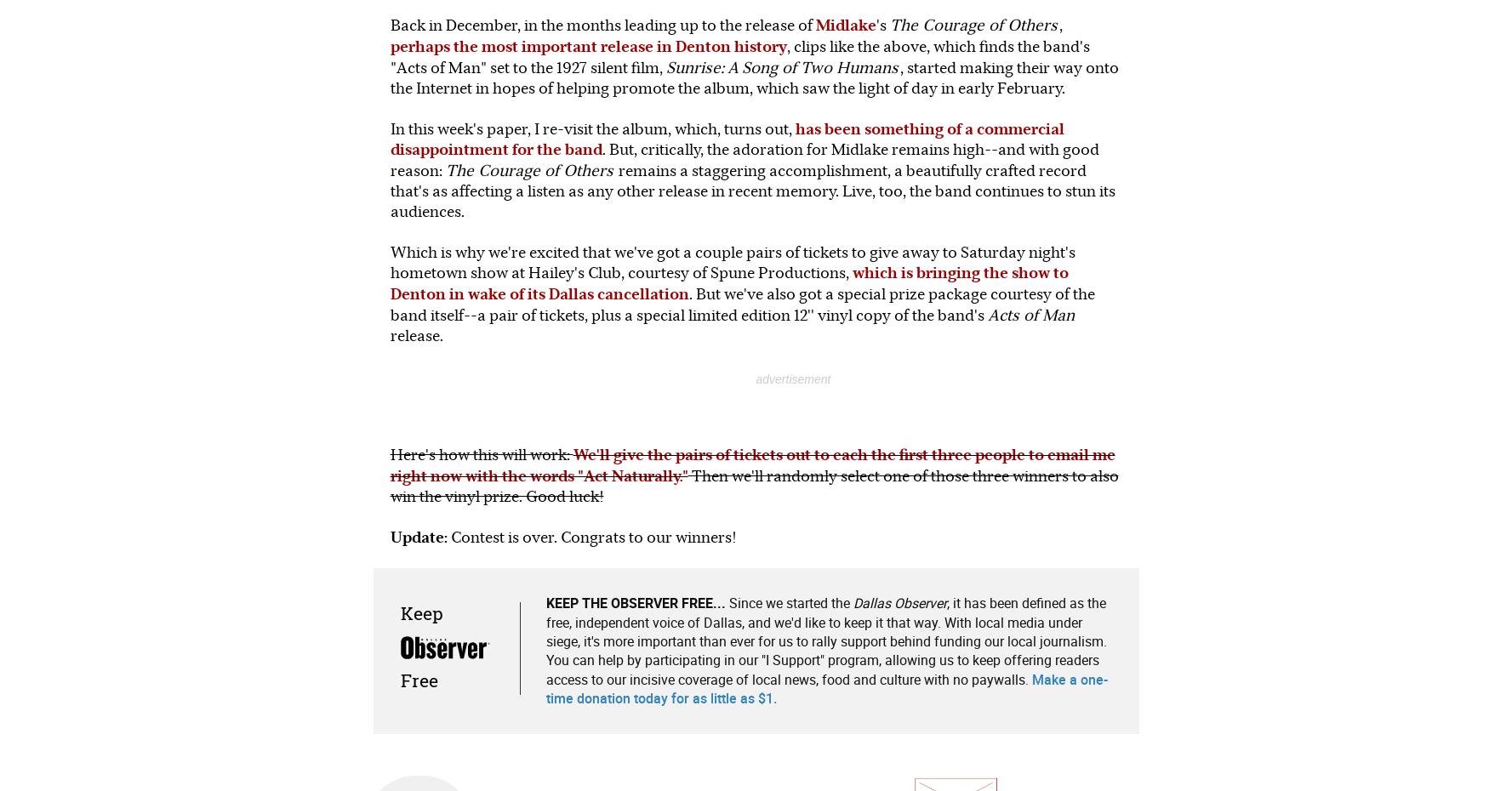 This screenshot has height=791, width=1512. I want to click on 'Since we started the', so click(789, 603).